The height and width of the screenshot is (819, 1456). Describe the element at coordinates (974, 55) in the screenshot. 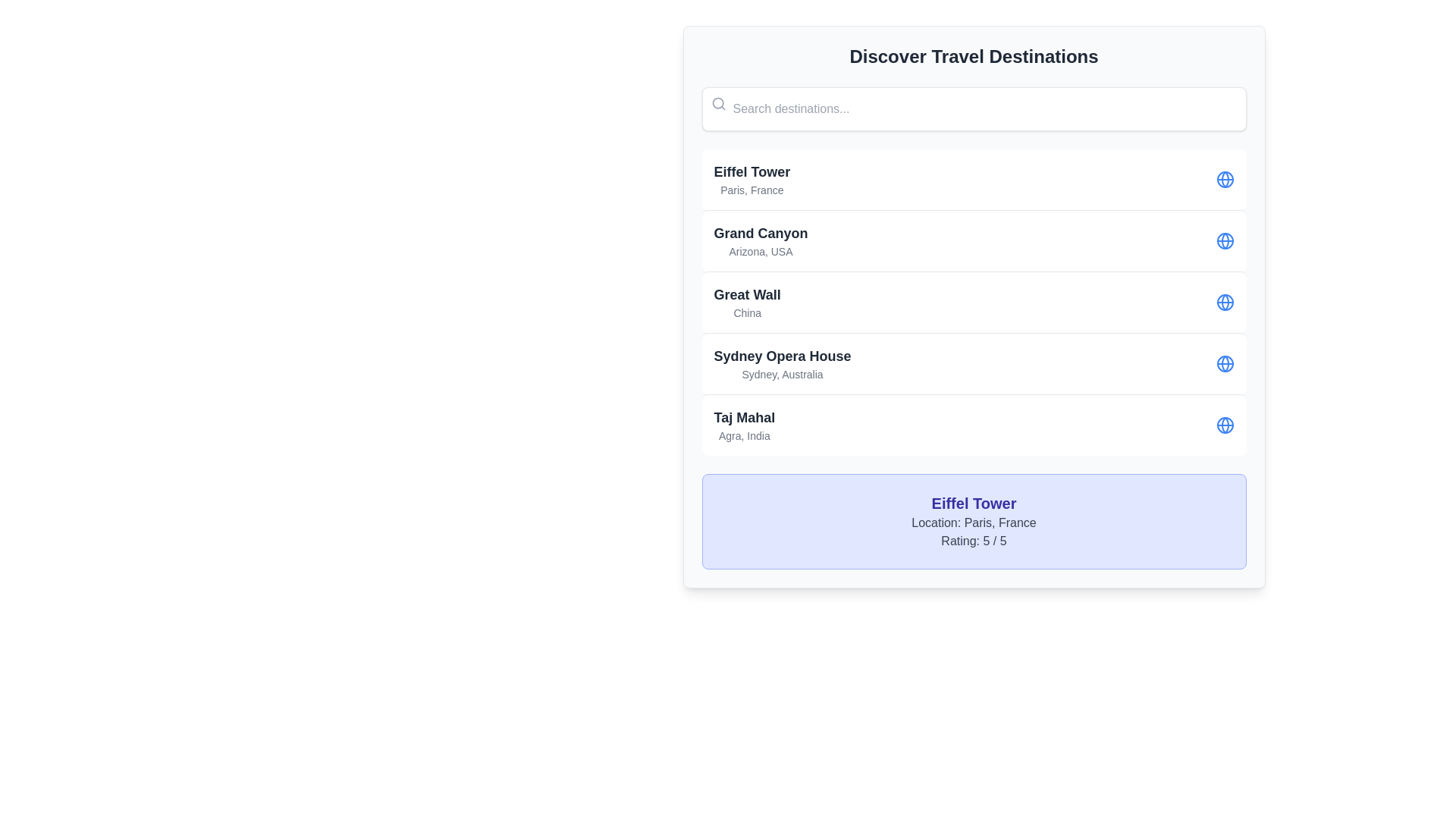

I see `the text element displaying 'Discover Travel Destinations', which is styled in a large, bold font and positioned at the top center of the card layout` at that location.